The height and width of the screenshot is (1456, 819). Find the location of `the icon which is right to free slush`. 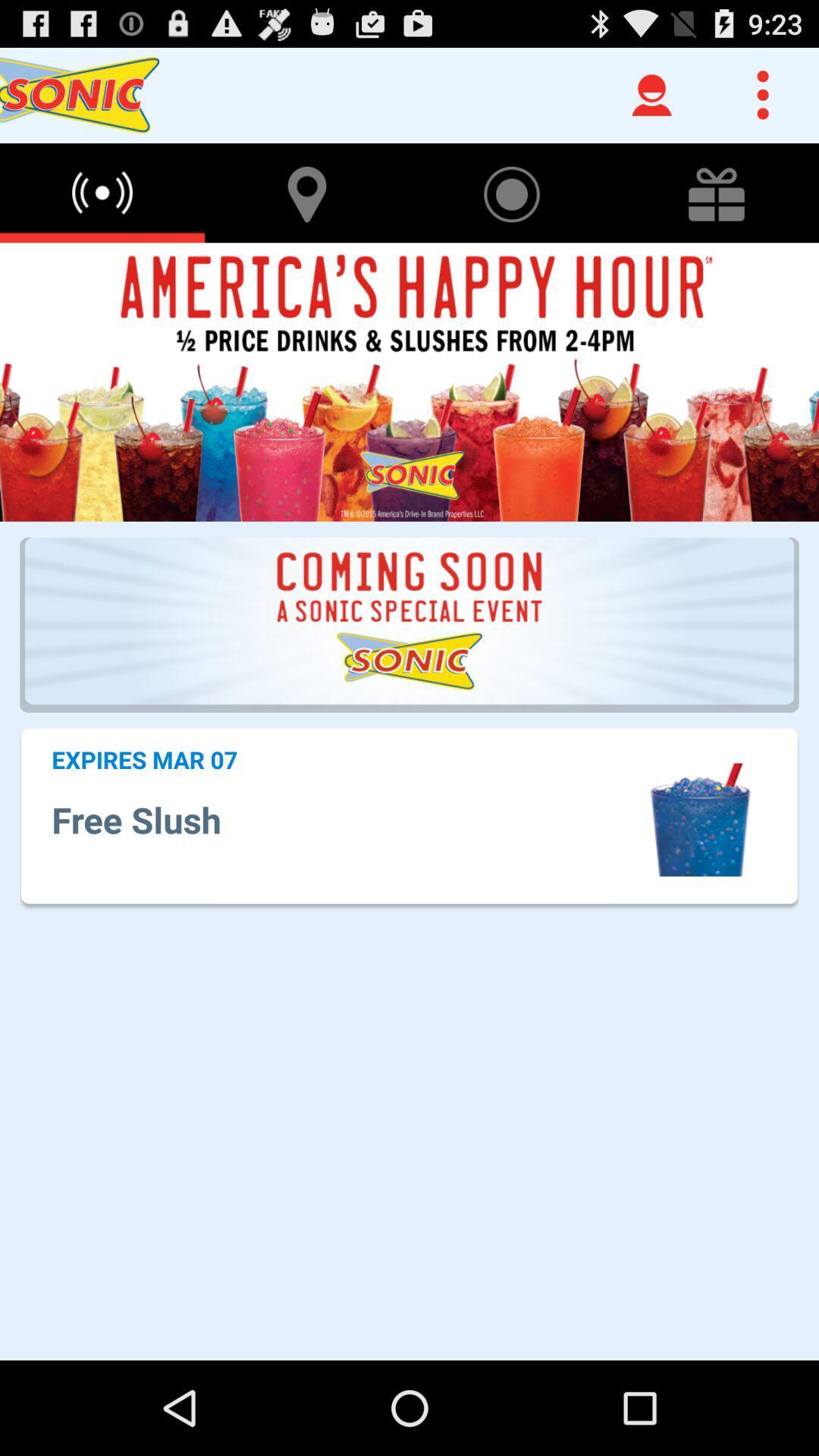

the icon which is right to free slush is located at coordinates (700, 819).